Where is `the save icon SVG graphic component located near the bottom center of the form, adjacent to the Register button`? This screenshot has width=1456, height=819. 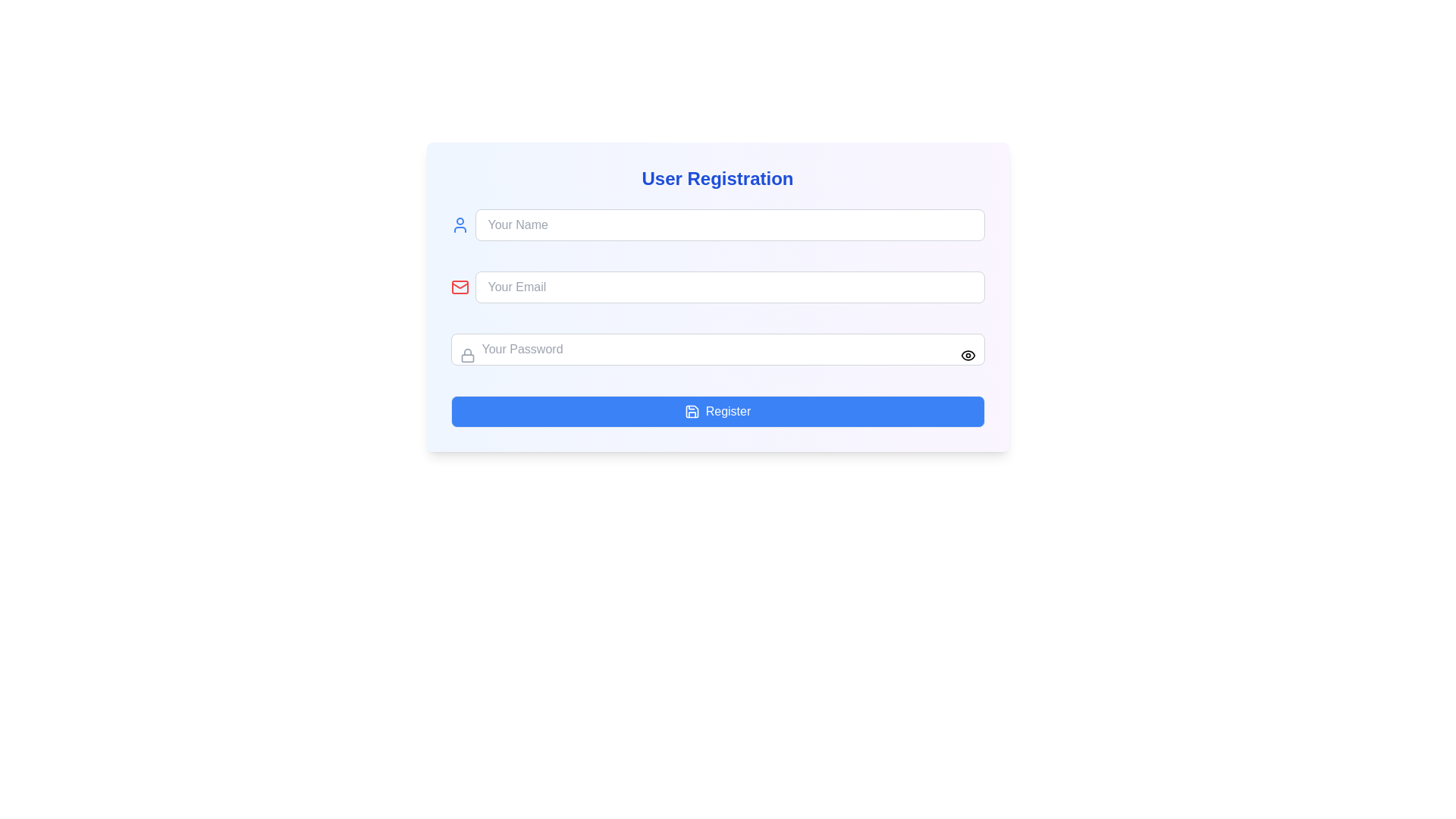
the save icon SVG graphic component located near the bottom center of the form, adjacent to the Register button is located at coordinates (691, 412).